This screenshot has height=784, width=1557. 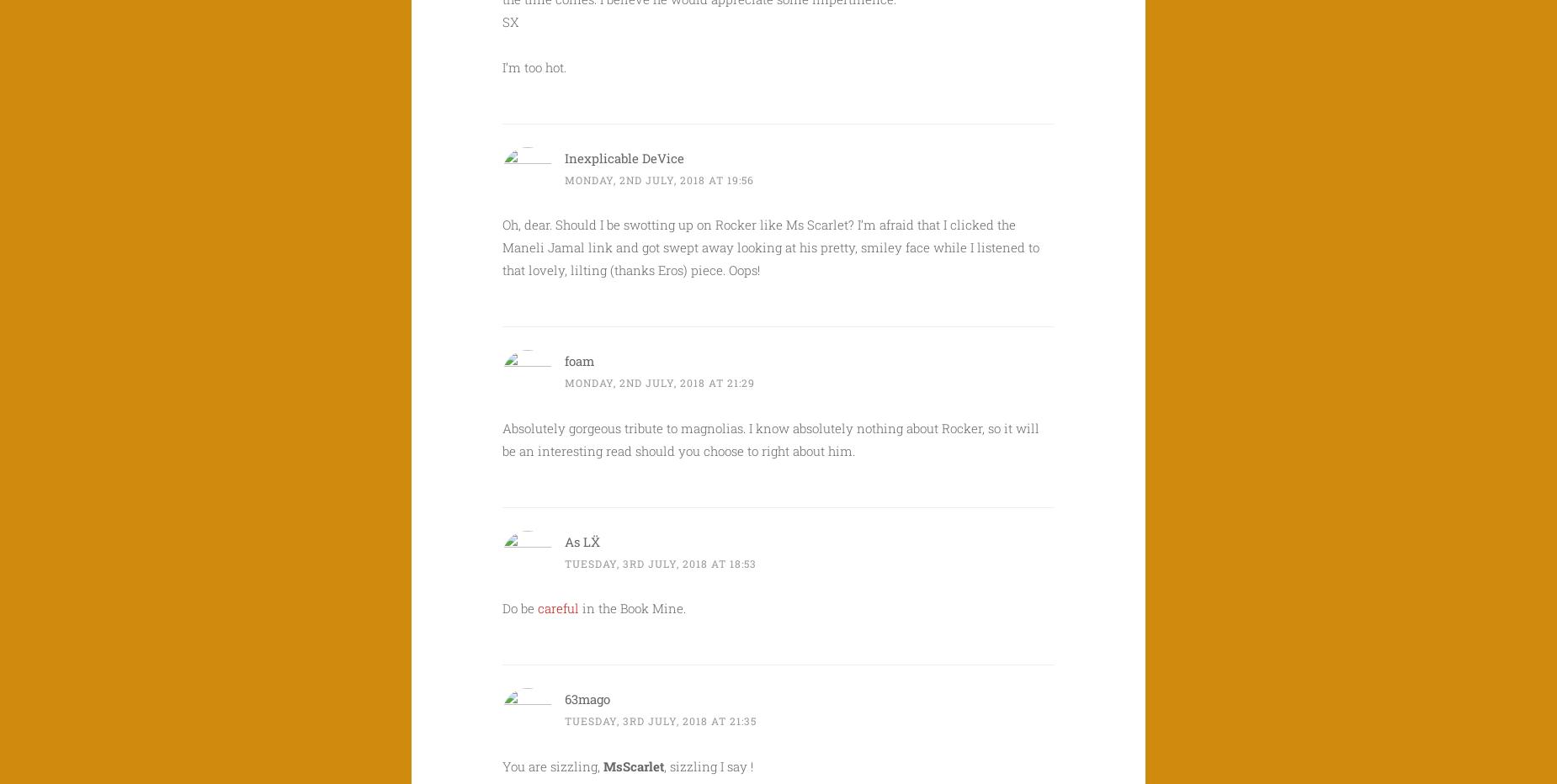 What do you see at coordinates (660, 719) in the screenshot?
I see `'Tuesday, 3rd July, 2018 at 21:35'` at bounding box center [660, 719].